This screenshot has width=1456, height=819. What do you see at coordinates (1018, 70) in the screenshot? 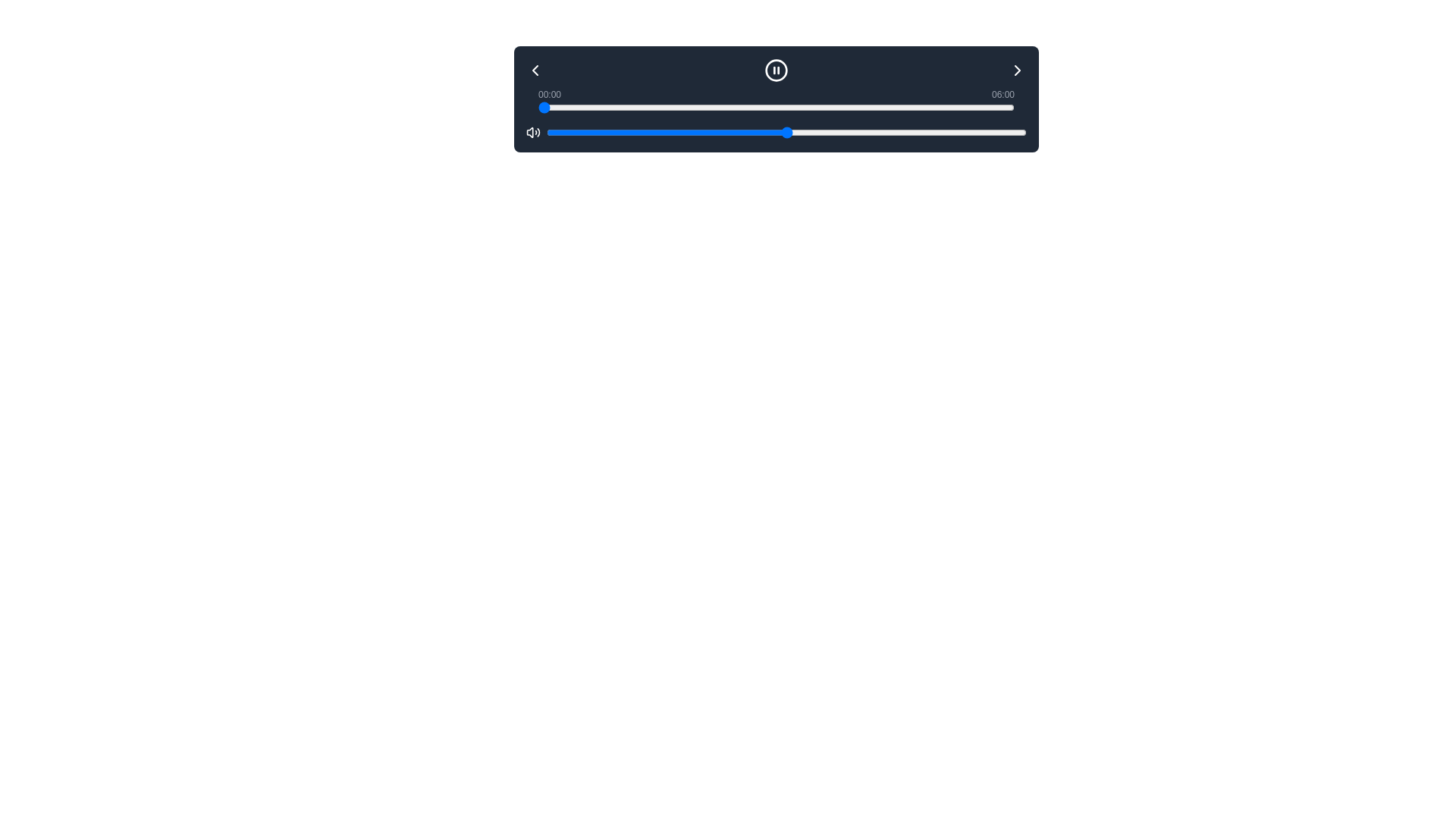
I see `the rightward-pointing chevron arrow icon located at the upper right section of the interface for additional information` at bounding box center [1018, 70].